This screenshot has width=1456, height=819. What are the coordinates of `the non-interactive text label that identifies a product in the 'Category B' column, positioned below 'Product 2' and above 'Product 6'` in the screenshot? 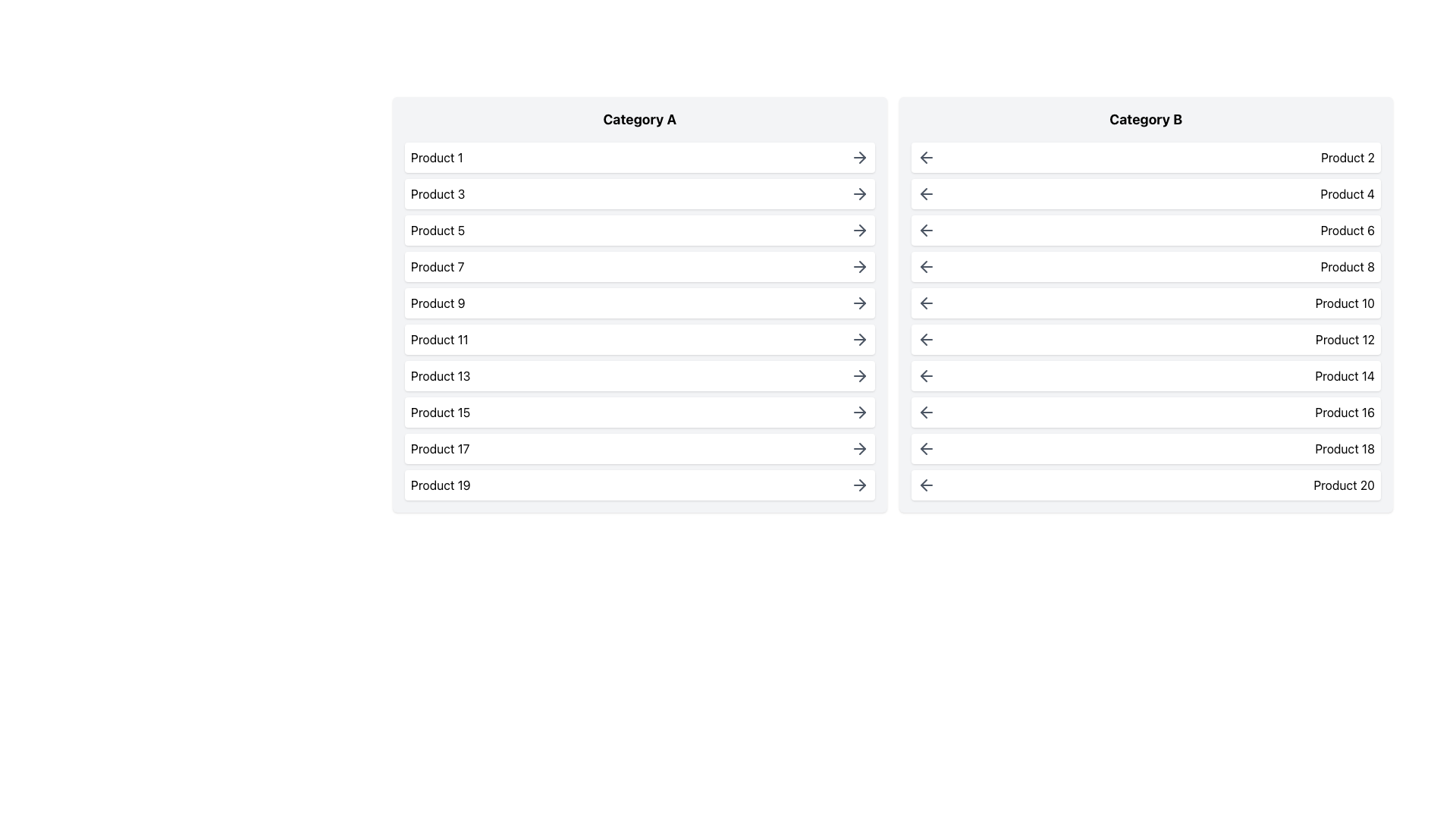 It's located at (1348, 193).